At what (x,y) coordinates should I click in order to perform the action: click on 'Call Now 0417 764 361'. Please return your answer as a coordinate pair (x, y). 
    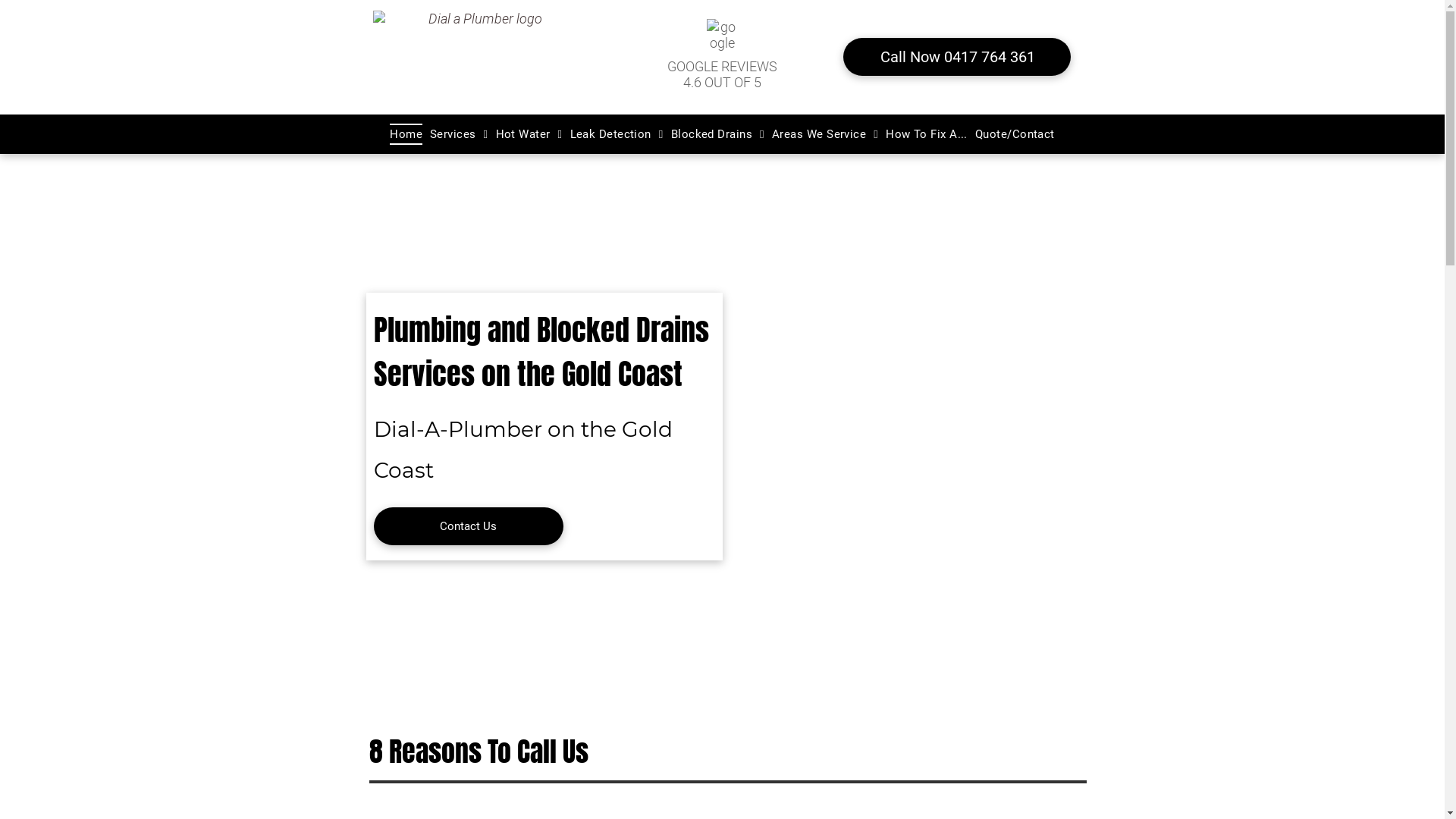
    Looking at the image, I should click on (843, 55).